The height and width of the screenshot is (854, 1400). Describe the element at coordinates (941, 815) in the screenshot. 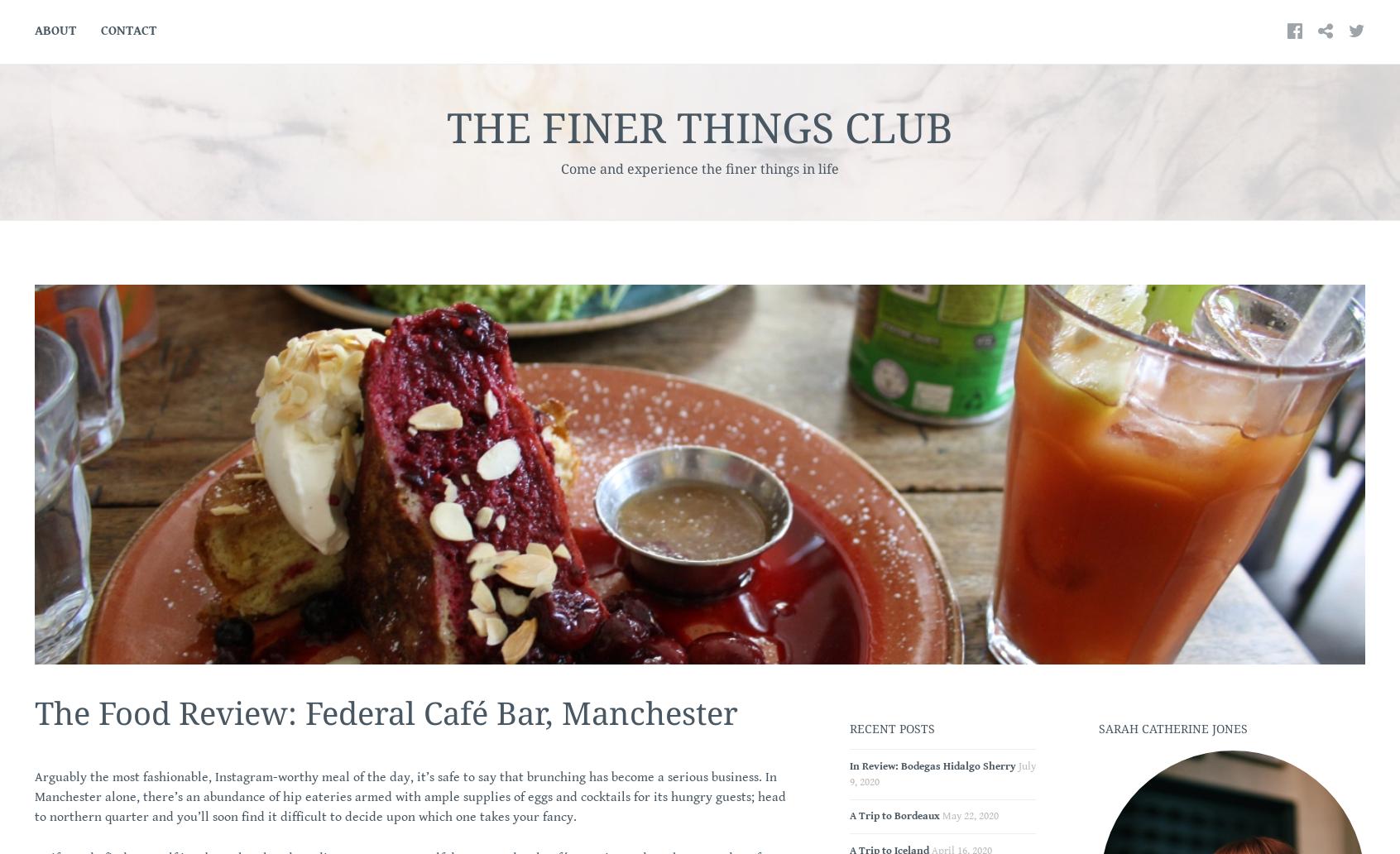

I see `'May 22, 2020'` at that location.